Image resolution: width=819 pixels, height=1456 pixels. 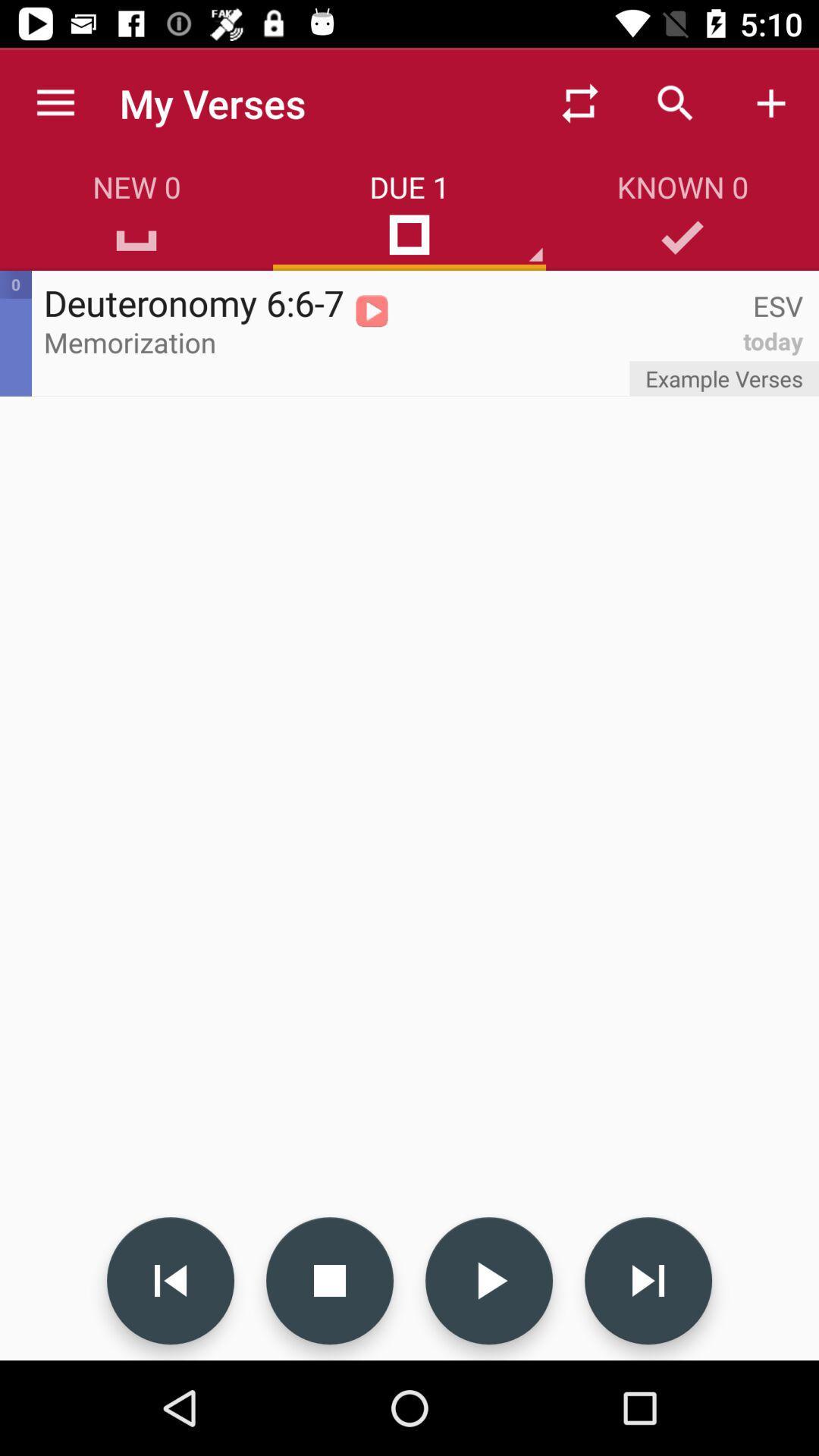 What do you see at coordinates (55, 102) in the screenshot?
I see `icon above new 0 icon` at bounding box center [55, 102].